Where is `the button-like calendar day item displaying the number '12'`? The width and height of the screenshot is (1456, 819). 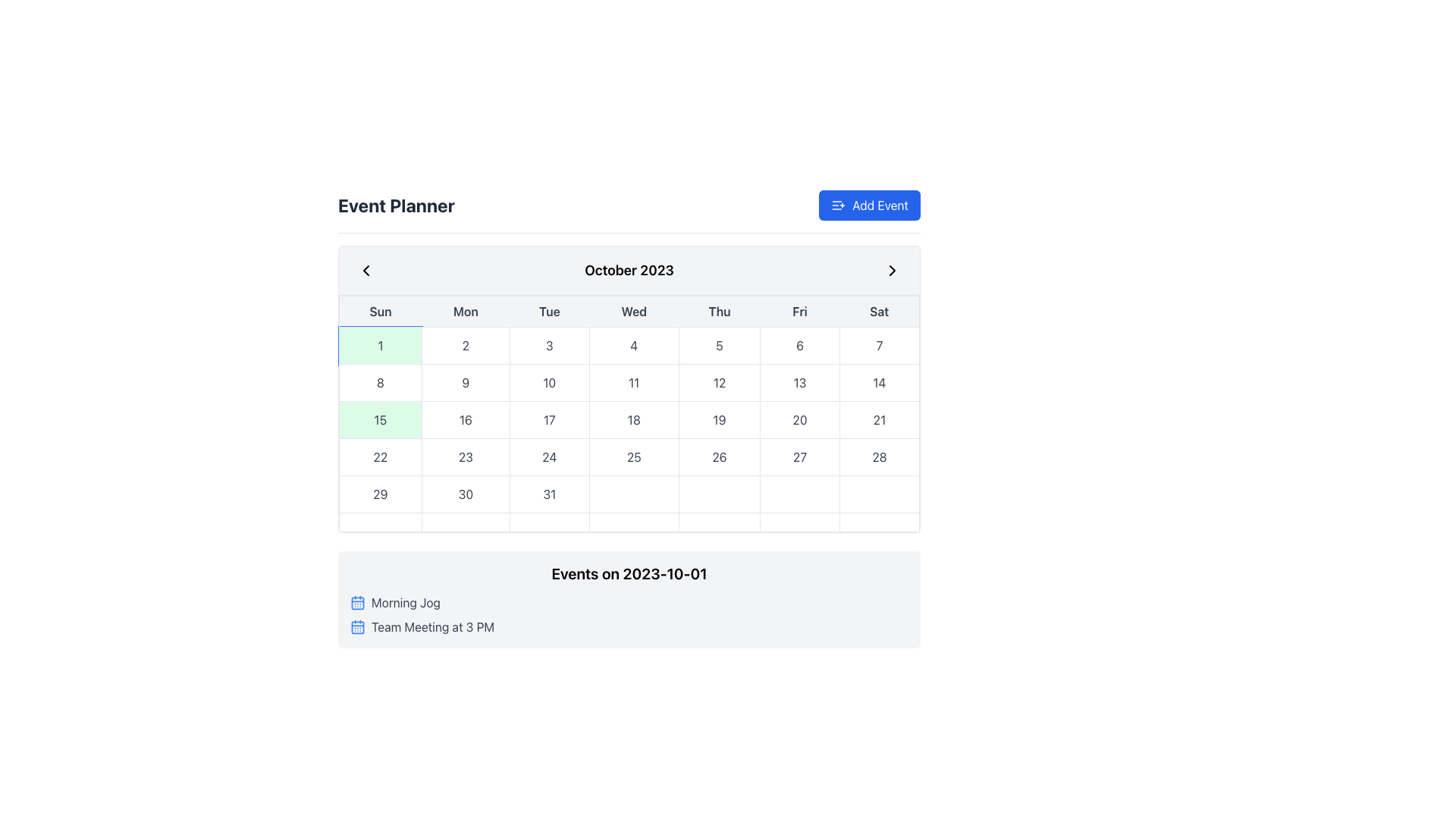
the button-like calendar day item displaying the number '12' is located at coordinates (719, 382).